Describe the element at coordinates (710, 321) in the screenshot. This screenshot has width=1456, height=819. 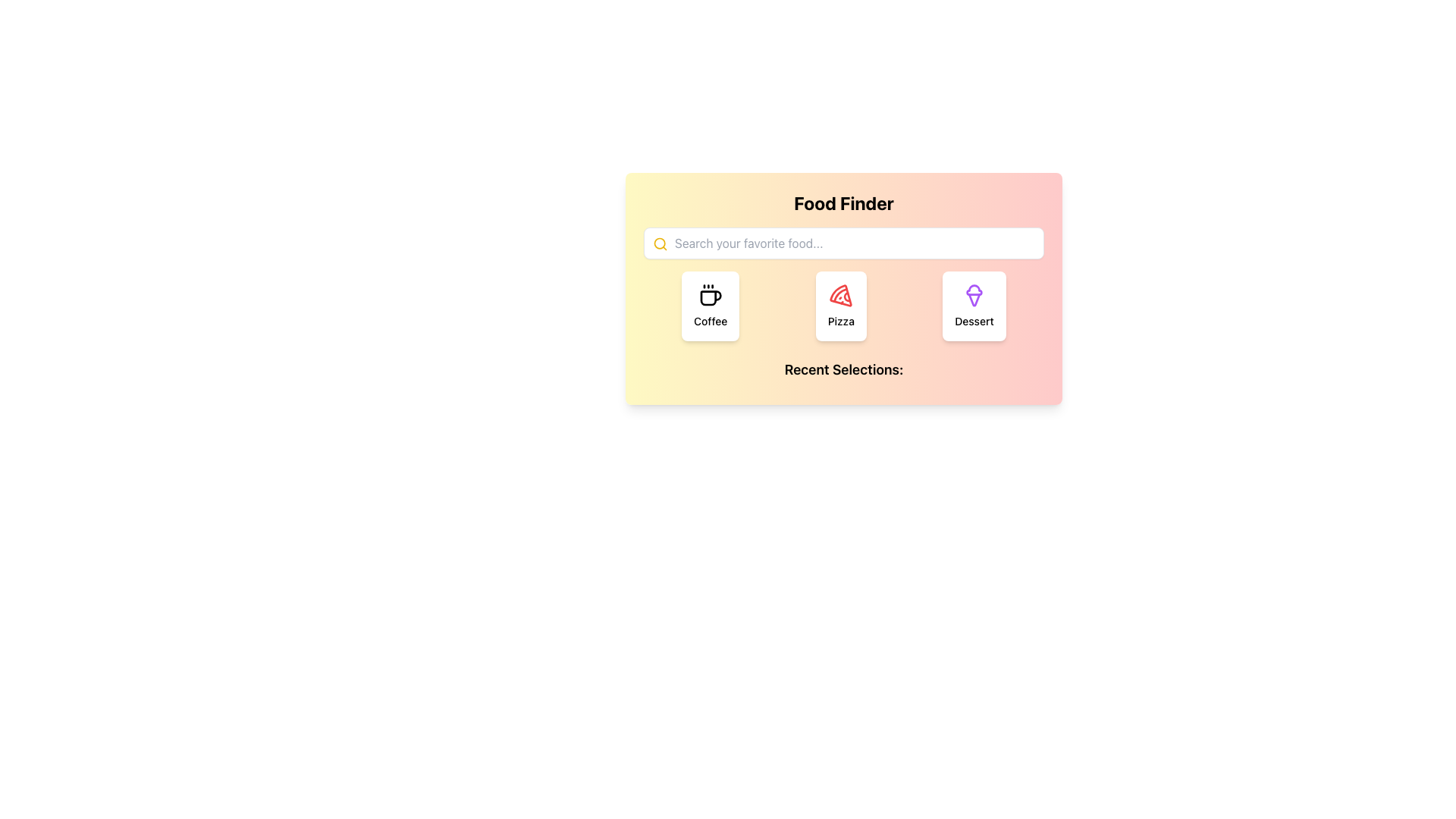
I see `text label displaying the word 'Coffee' located beneath the coffee cup icon in the card on the left side of the interface` at that location.